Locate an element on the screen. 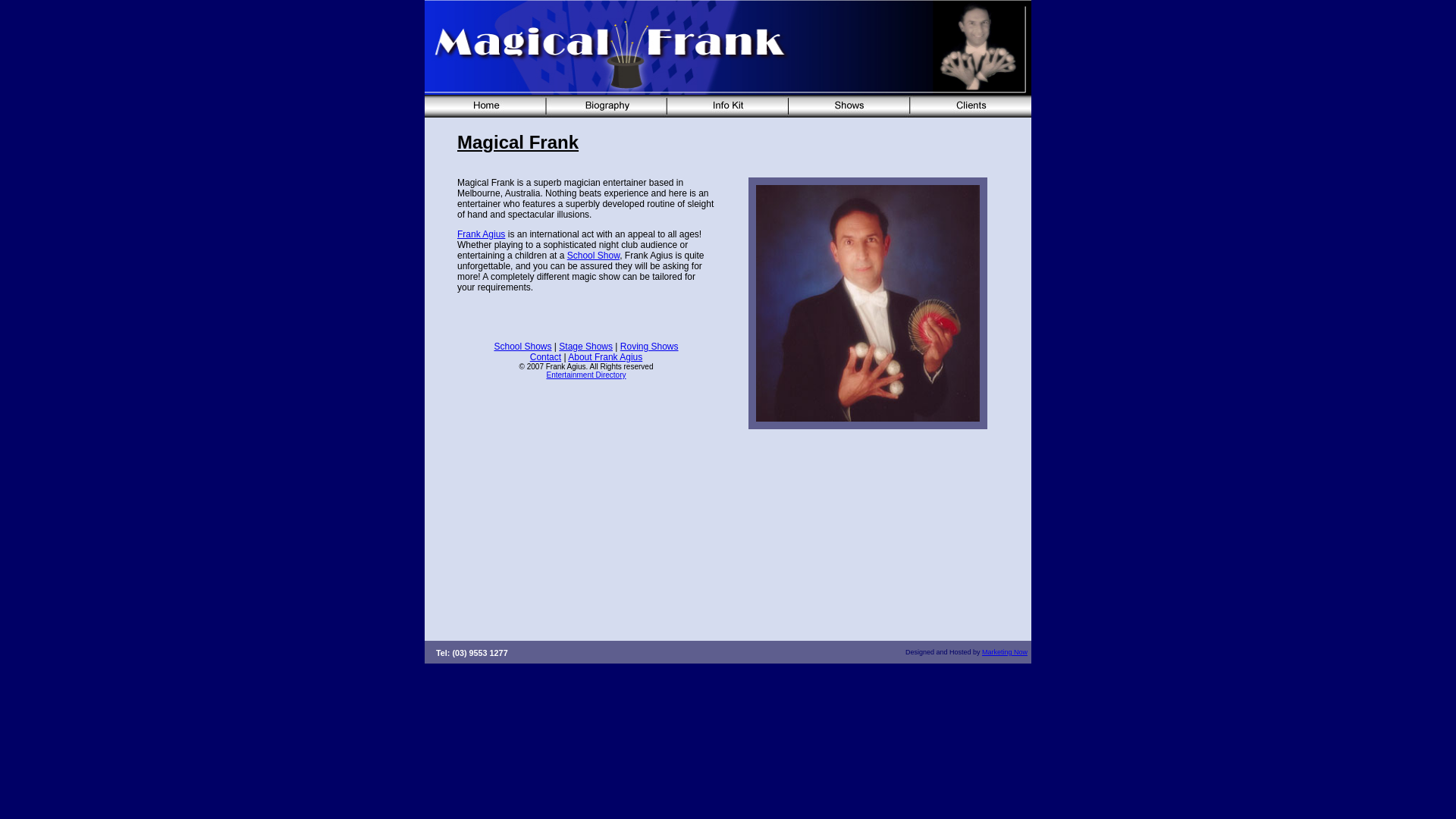 This screenshot has height=819, width=1456. 'School Shows' is located at coordinates (522, 346).